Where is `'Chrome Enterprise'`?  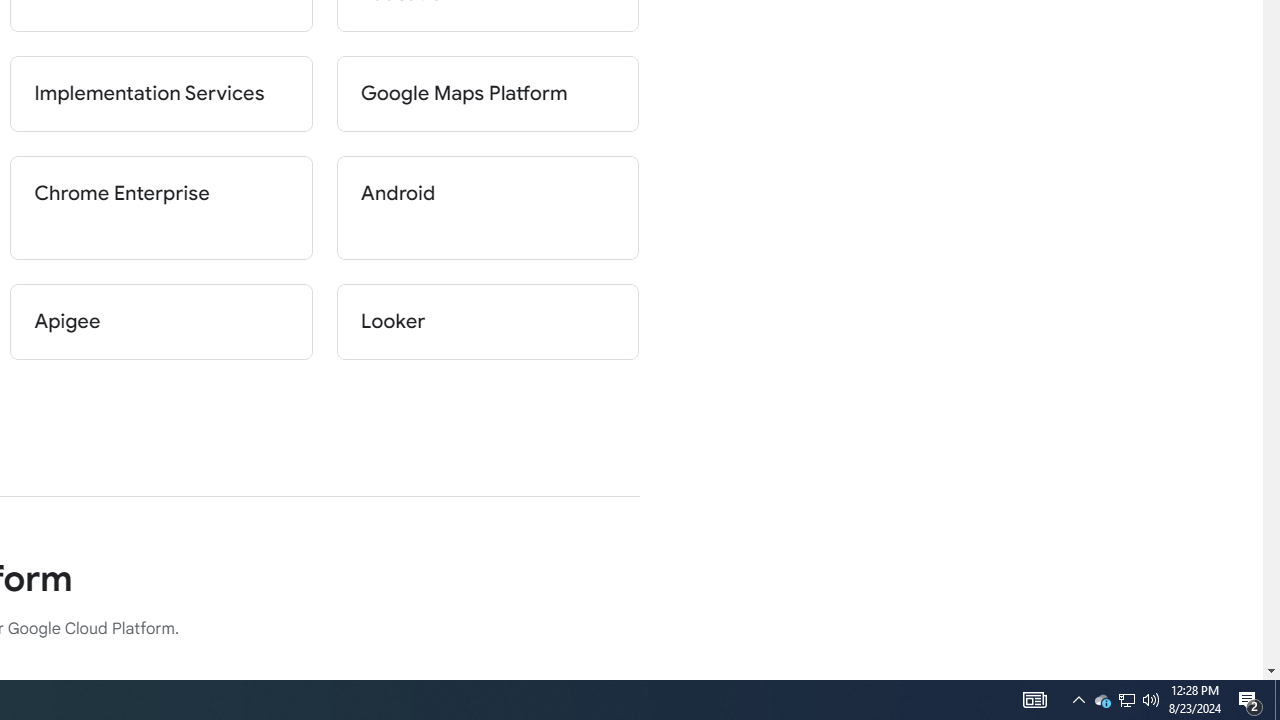 'Chrome Enterprise' is located at coordinates (161, 208).